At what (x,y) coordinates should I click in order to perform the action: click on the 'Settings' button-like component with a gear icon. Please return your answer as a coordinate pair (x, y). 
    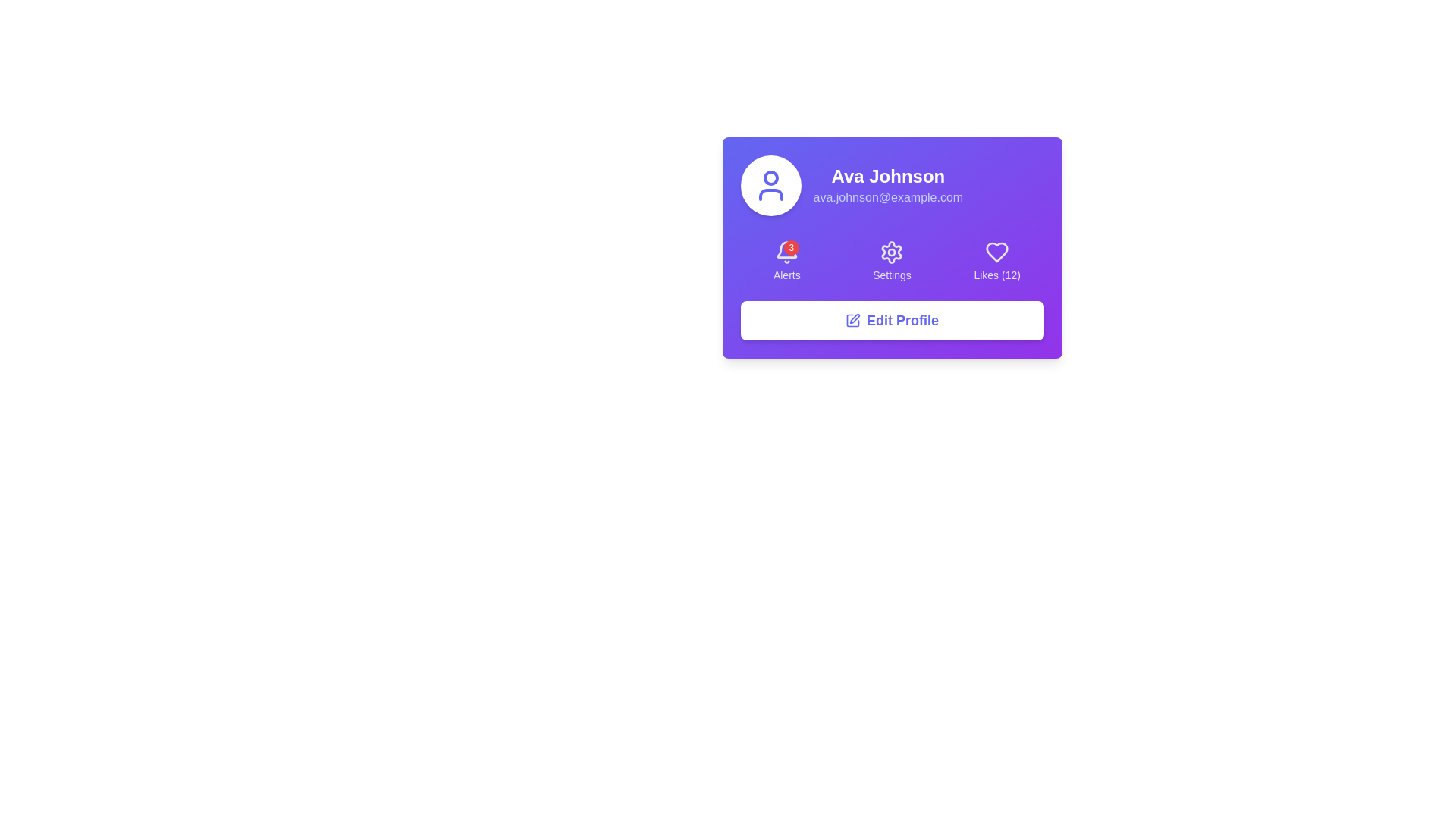
    Looking at the image, I should click on (892, 260).